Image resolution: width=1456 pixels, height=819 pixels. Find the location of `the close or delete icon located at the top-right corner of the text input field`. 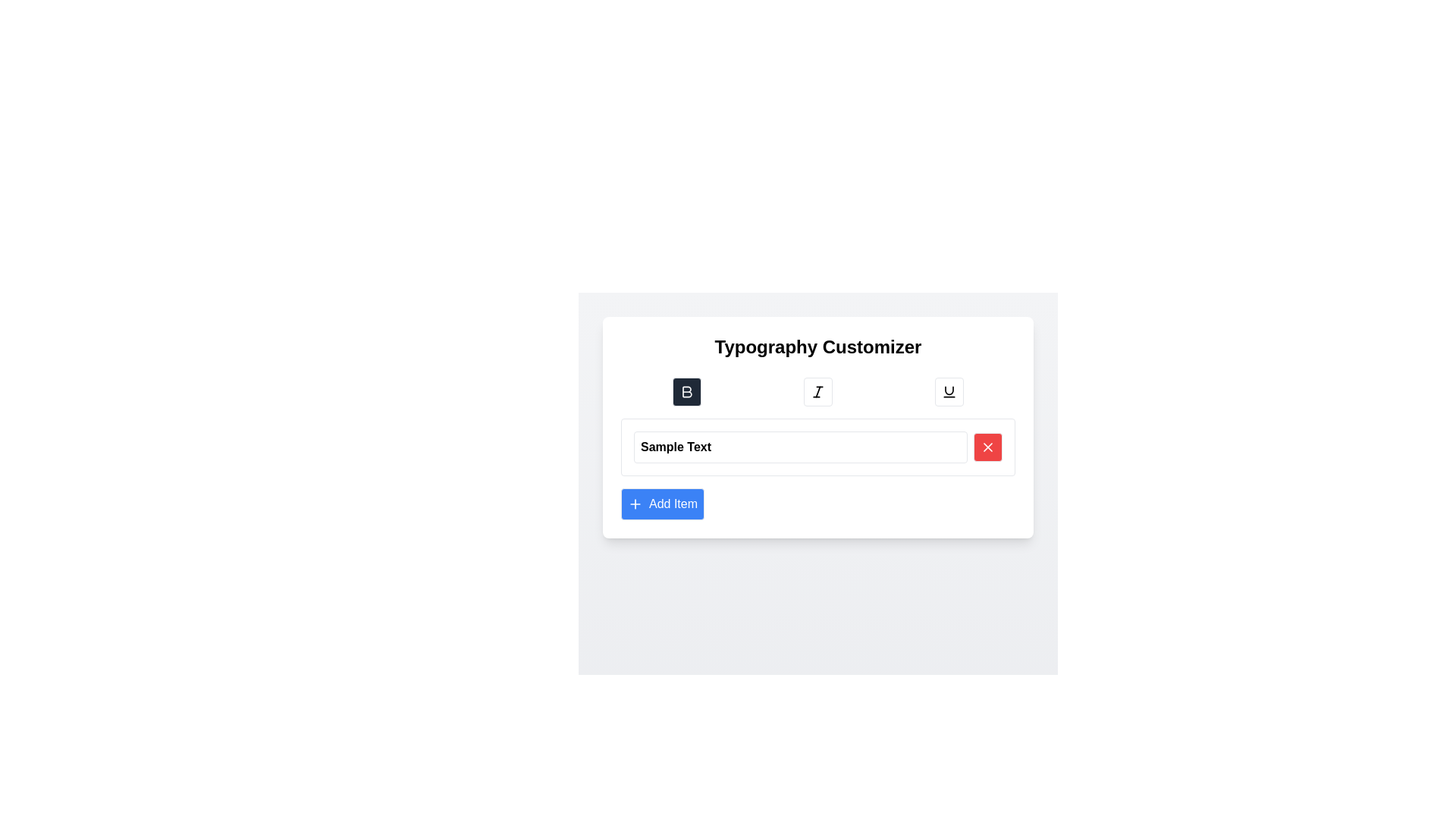

the close or delete icon located at the top-right corner of the text input field is located at coordinates (987, 447).